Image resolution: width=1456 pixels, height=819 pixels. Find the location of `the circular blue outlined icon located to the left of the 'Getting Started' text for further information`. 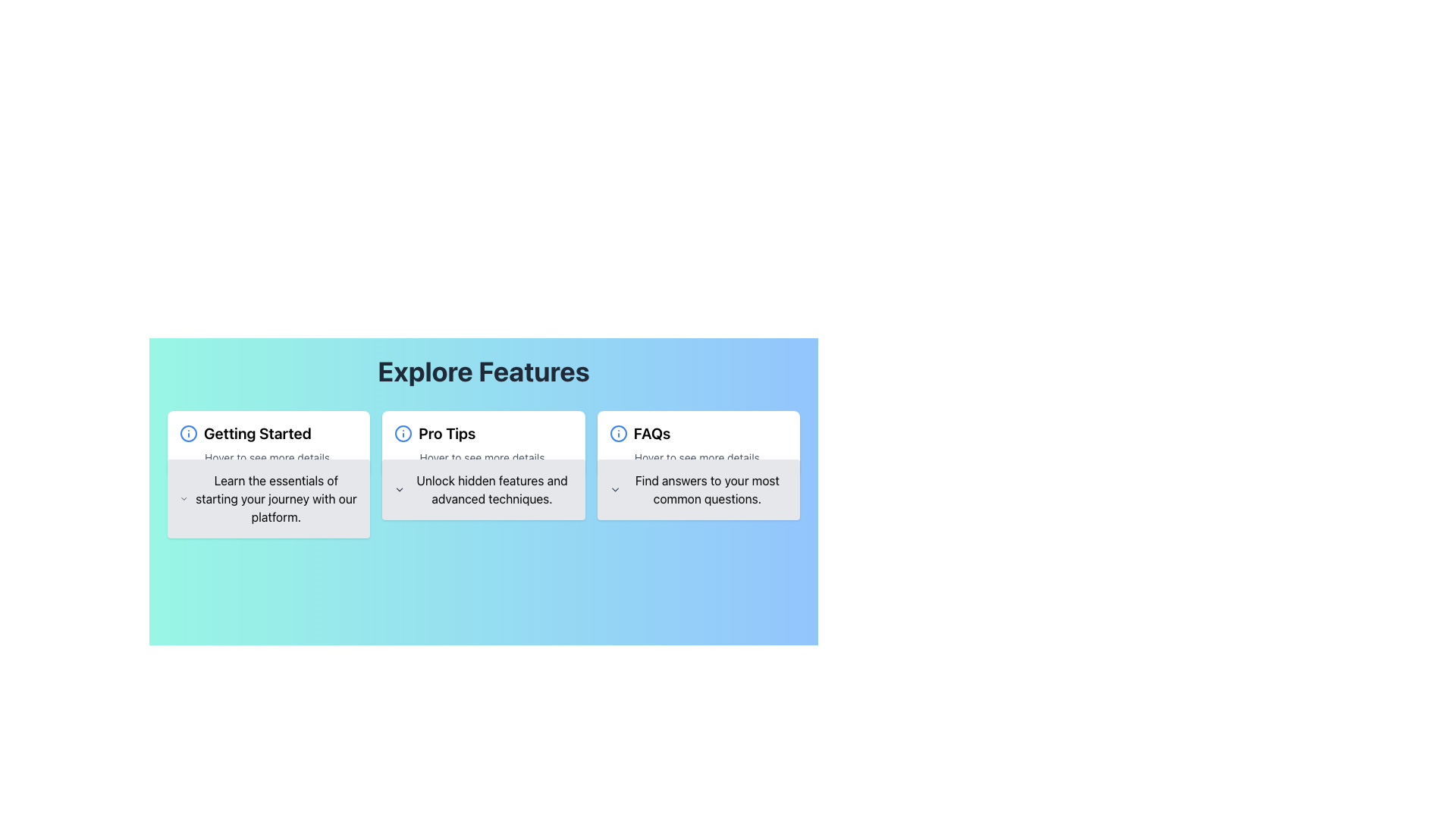

the circular blue outlined icon located to the left of the 'Getting Started' text for further information is located at coordinates (188, 433).